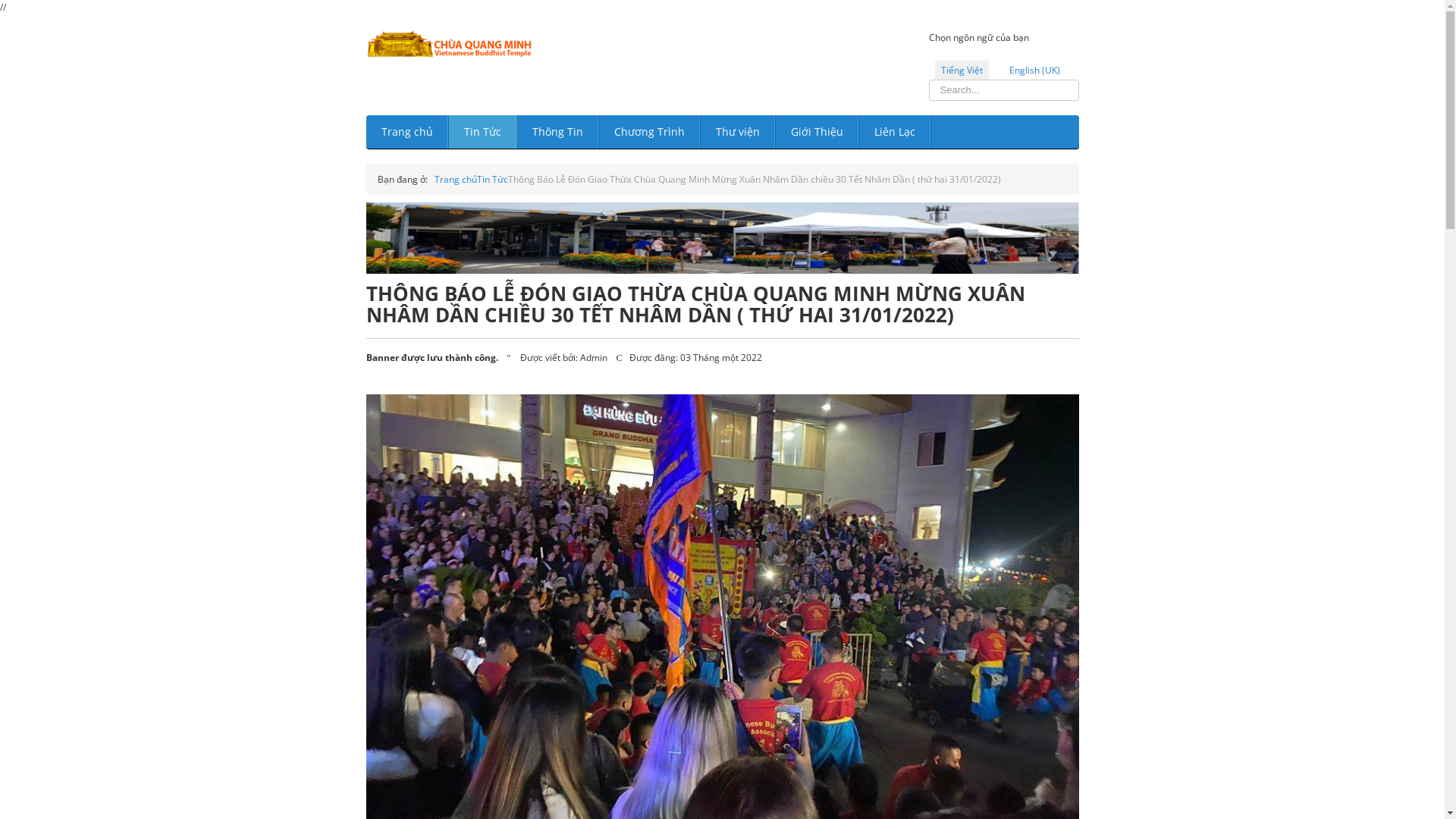 This screenshot has height=819, width=1456. I want to click on 'English (UK)', so click(1033, 70).